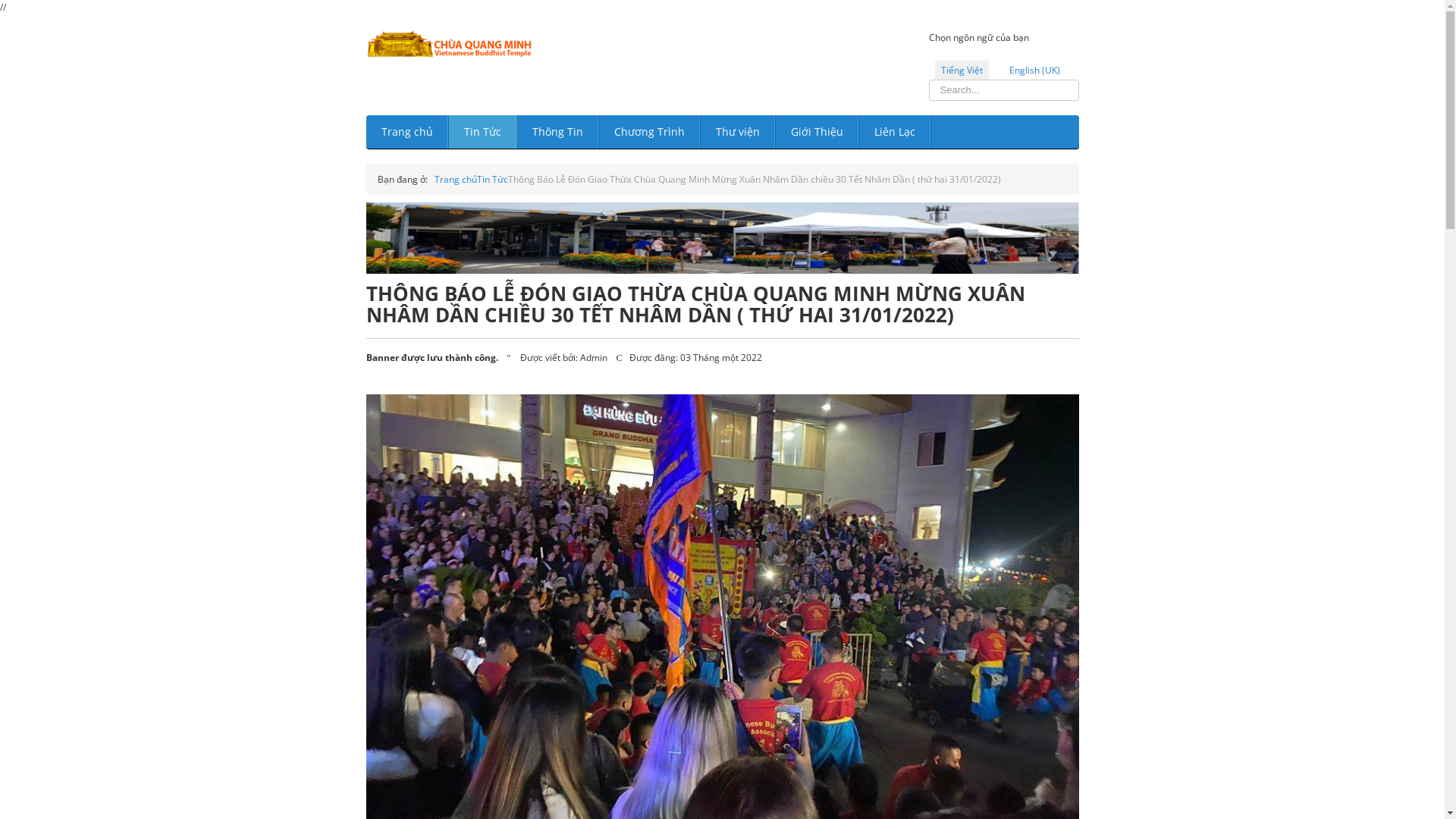 This screenshot has height=819, width=1456. I want to click on 'English (UK)', so click(1033, 70).